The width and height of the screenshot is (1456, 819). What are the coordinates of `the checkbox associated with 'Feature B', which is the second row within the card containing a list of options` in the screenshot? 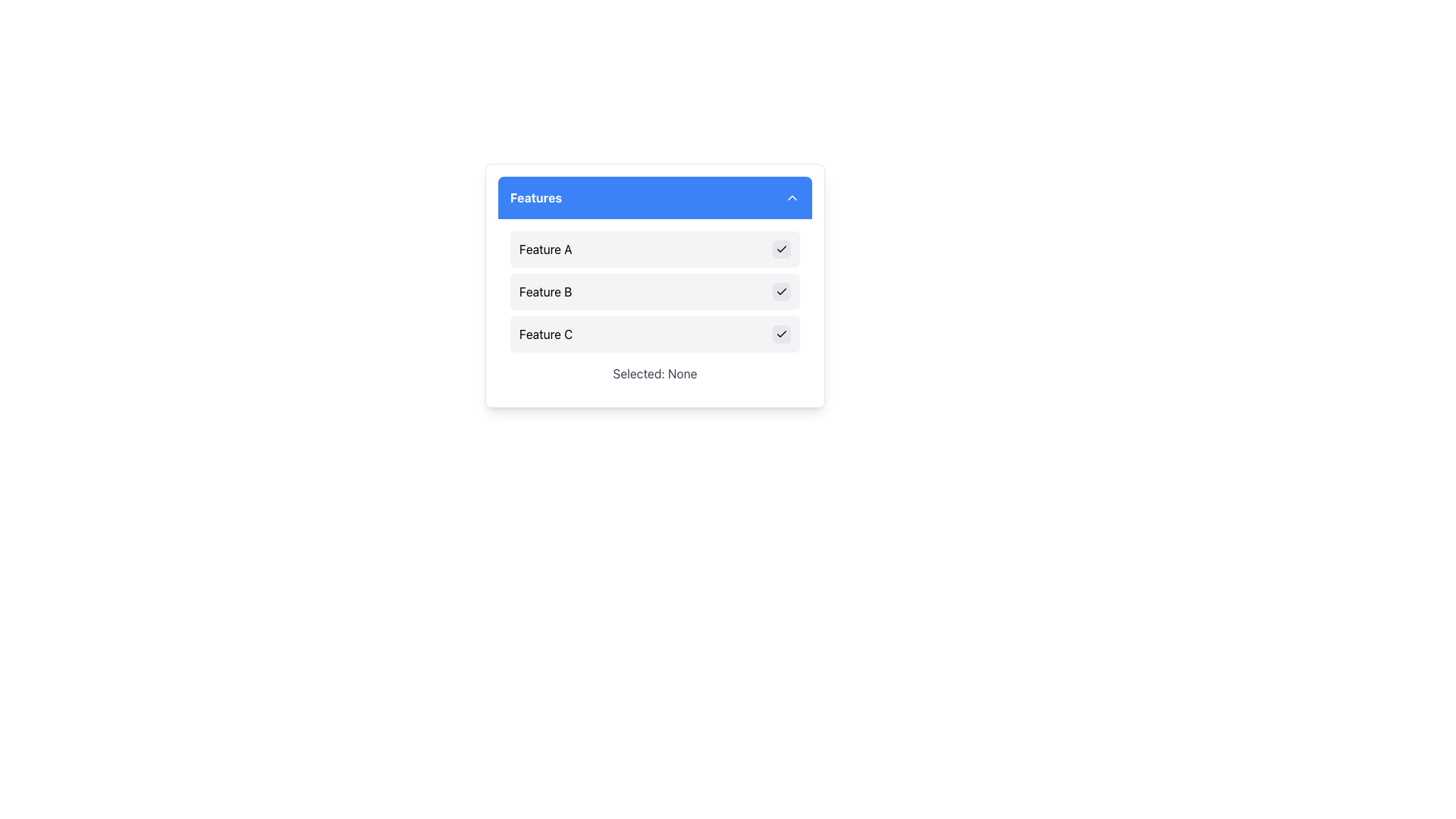 It's located at (655, 286).